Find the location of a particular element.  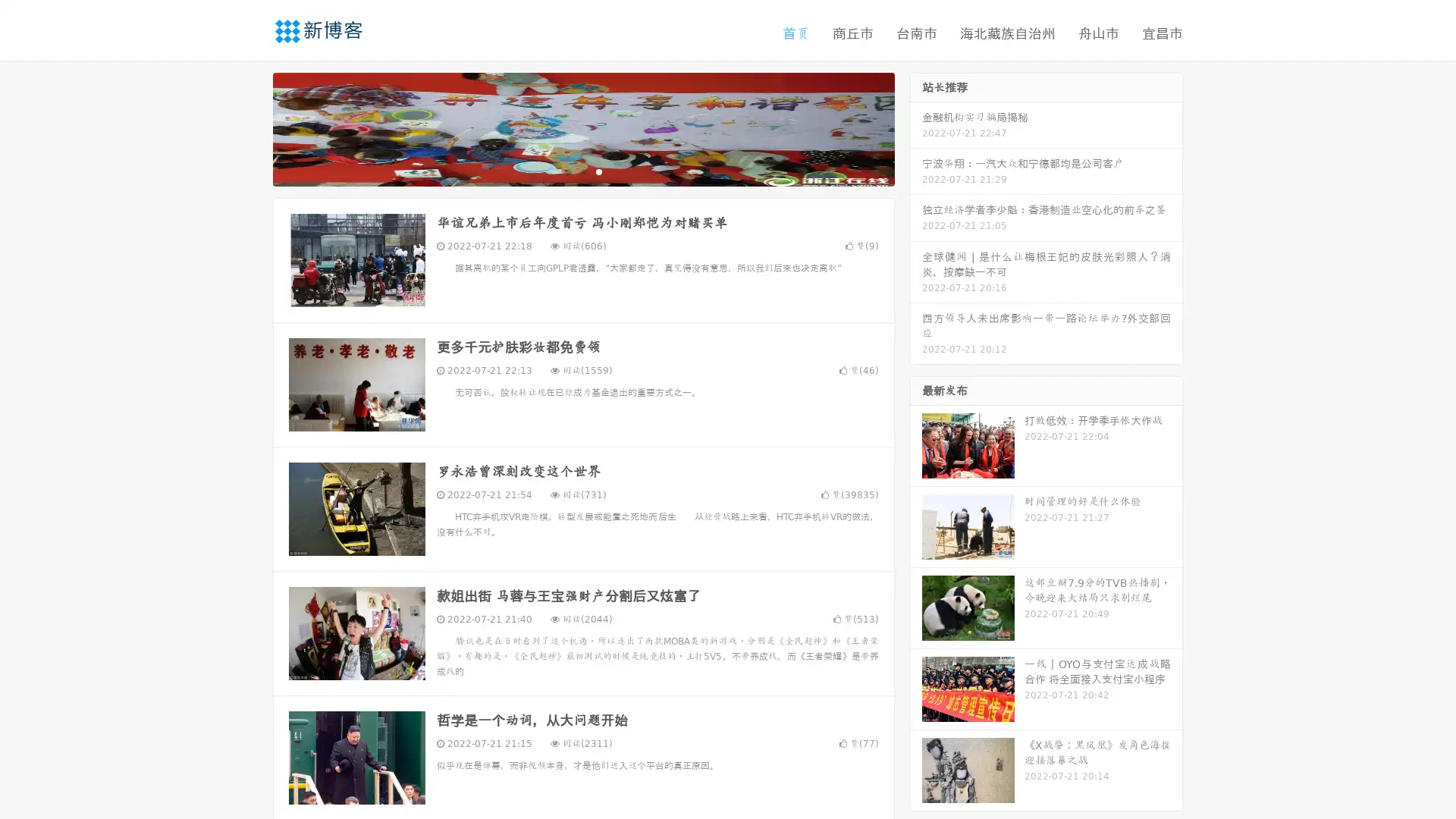

Go to slide 2 is located at coordinates (582, 171).